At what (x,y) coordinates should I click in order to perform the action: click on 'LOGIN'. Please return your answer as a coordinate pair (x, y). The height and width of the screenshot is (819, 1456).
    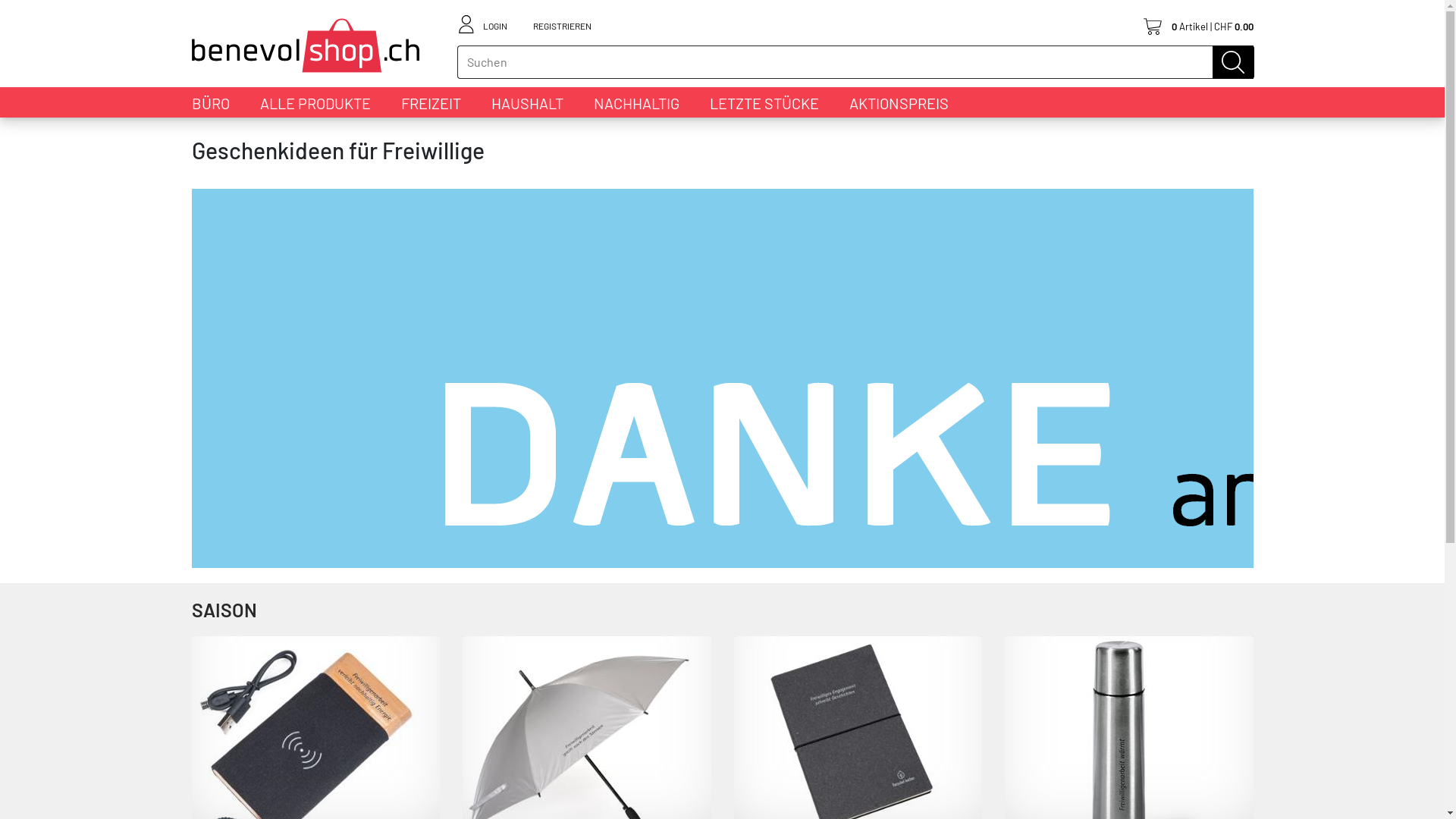
    Looking at the image, I should click on (494, 24).